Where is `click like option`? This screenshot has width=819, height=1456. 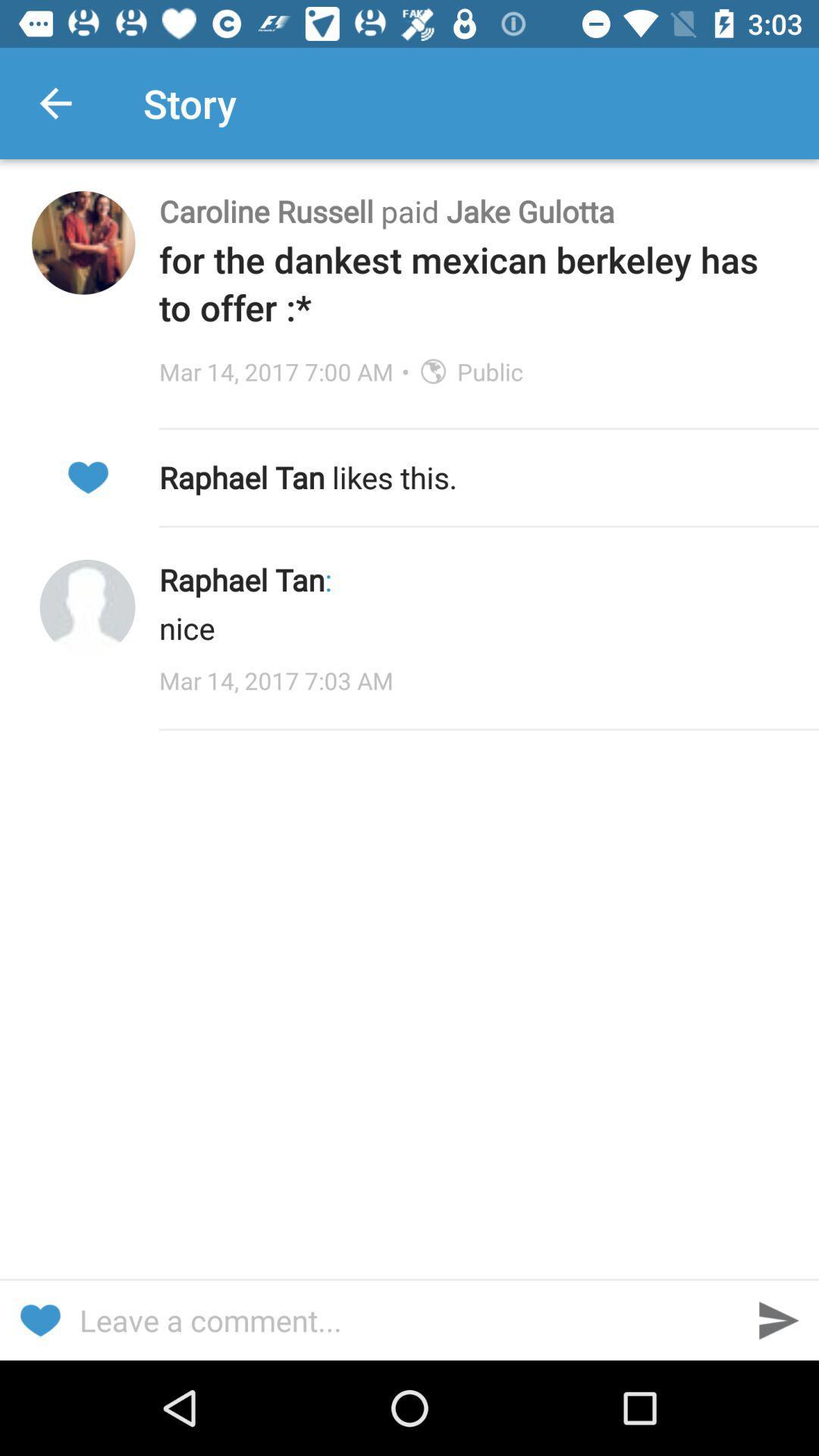
click like option is located at coordinates (87, 476).